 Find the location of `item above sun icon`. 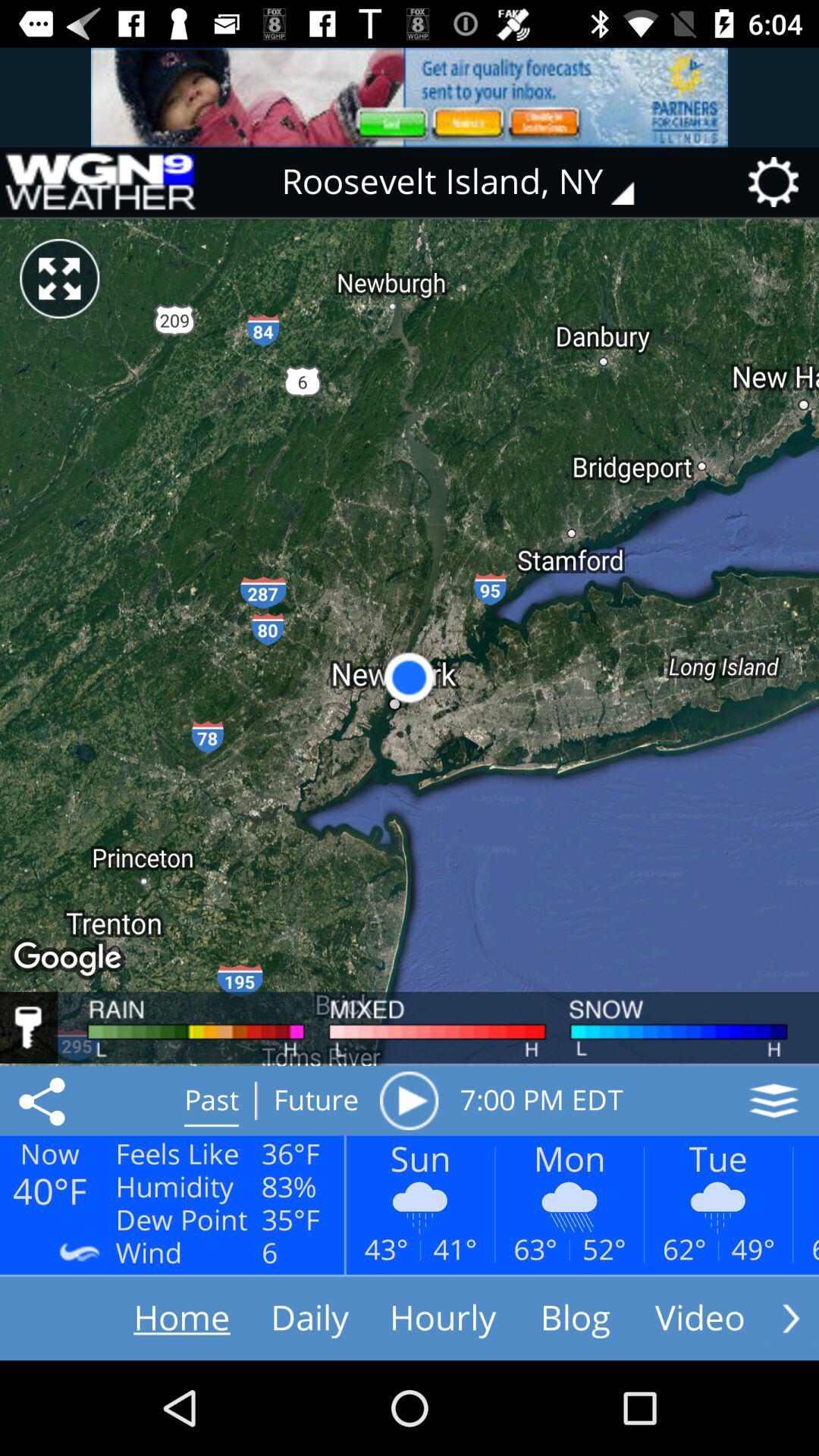

item above sun icon is located at coordinates (408, 1100).